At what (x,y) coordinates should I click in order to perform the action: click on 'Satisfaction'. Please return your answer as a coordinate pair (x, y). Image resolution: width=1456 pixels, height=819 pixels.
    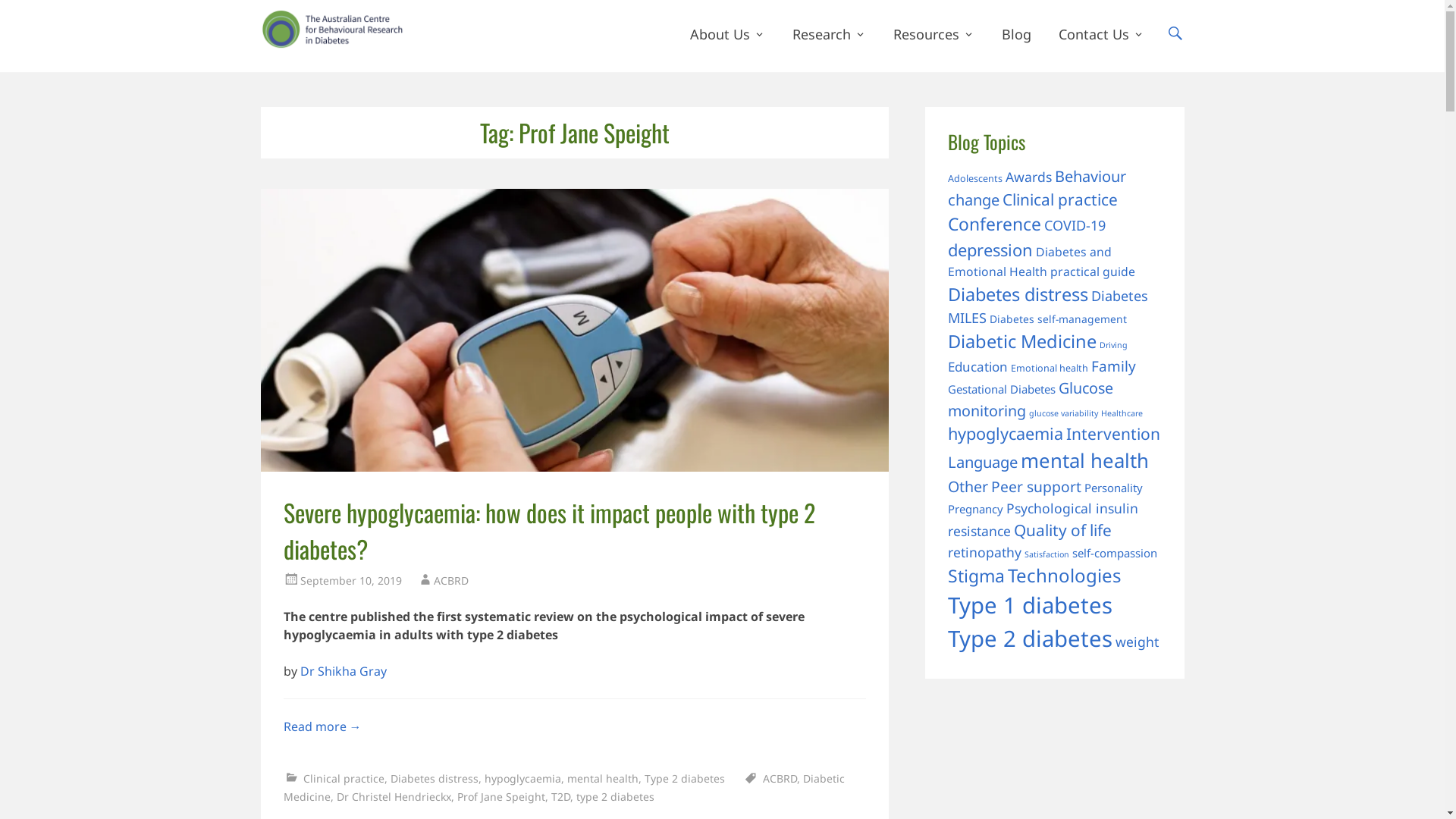
    Looking at the image, I should click on (1046, 554).